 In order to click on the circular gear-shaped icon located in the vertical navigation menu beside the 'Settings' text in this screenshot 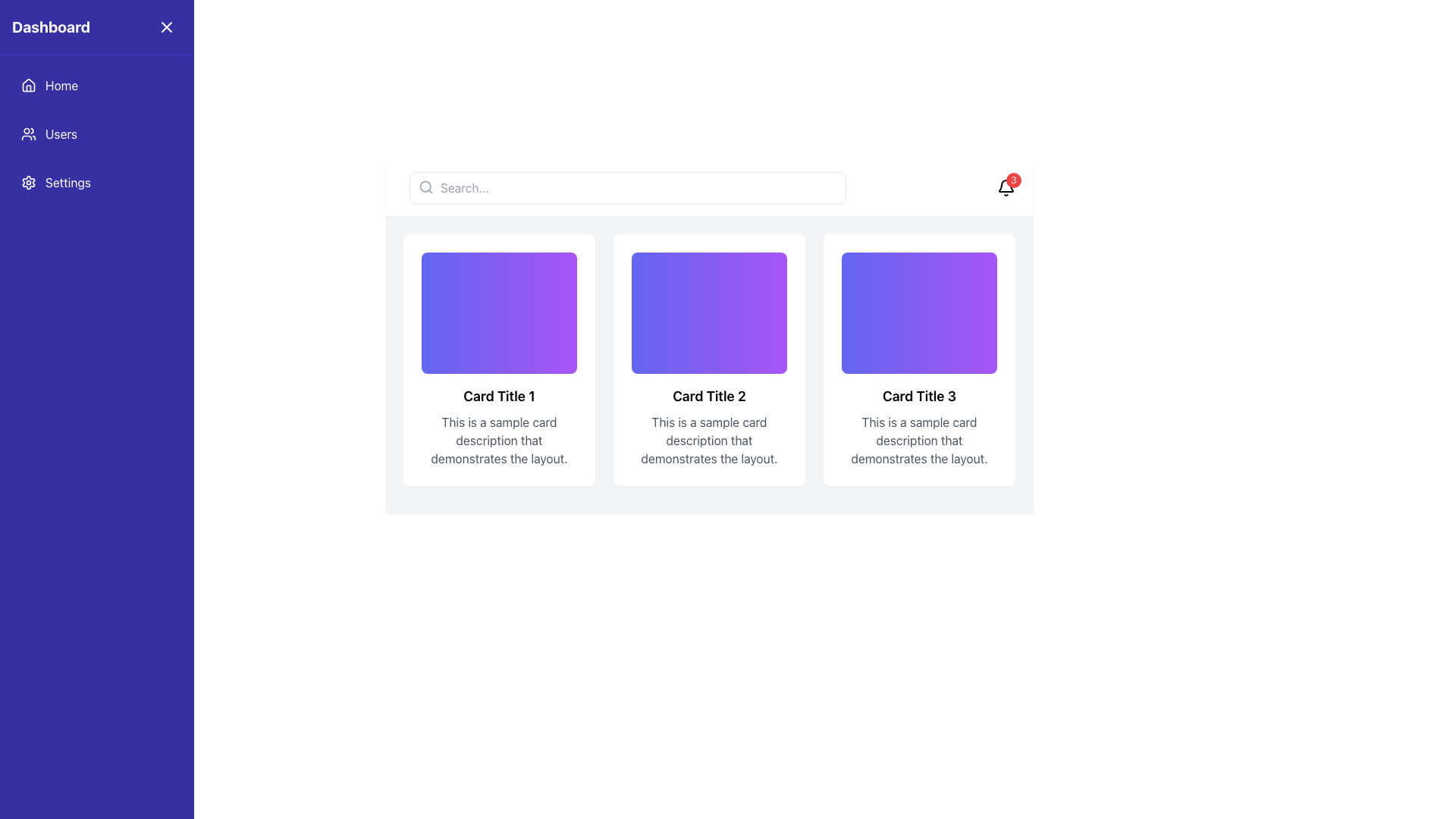, I will do `click(29, 181)`.